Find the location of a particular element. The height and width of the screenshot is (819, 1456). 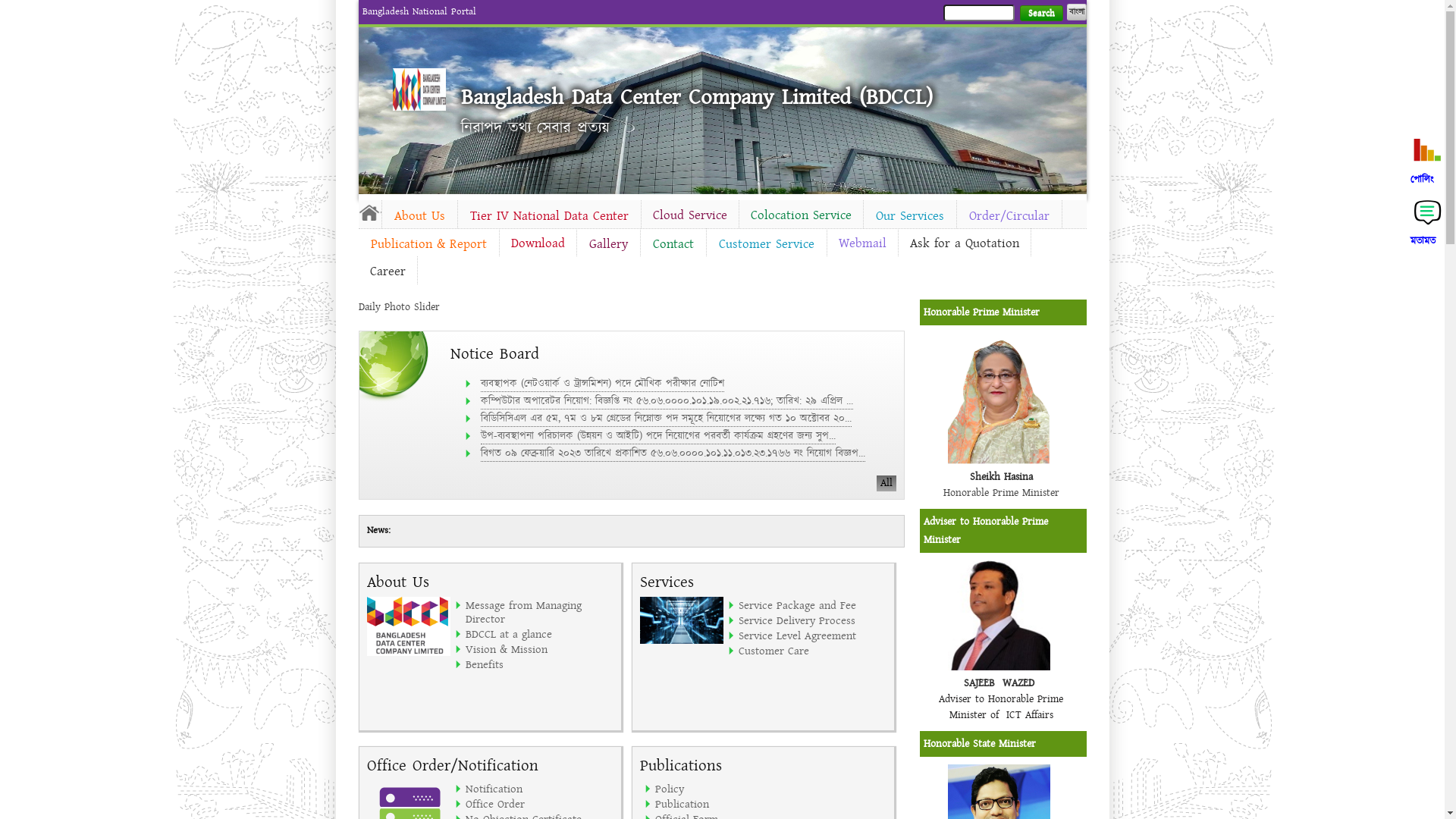

'Vision & Mission' is located at coordinates (539, 648).